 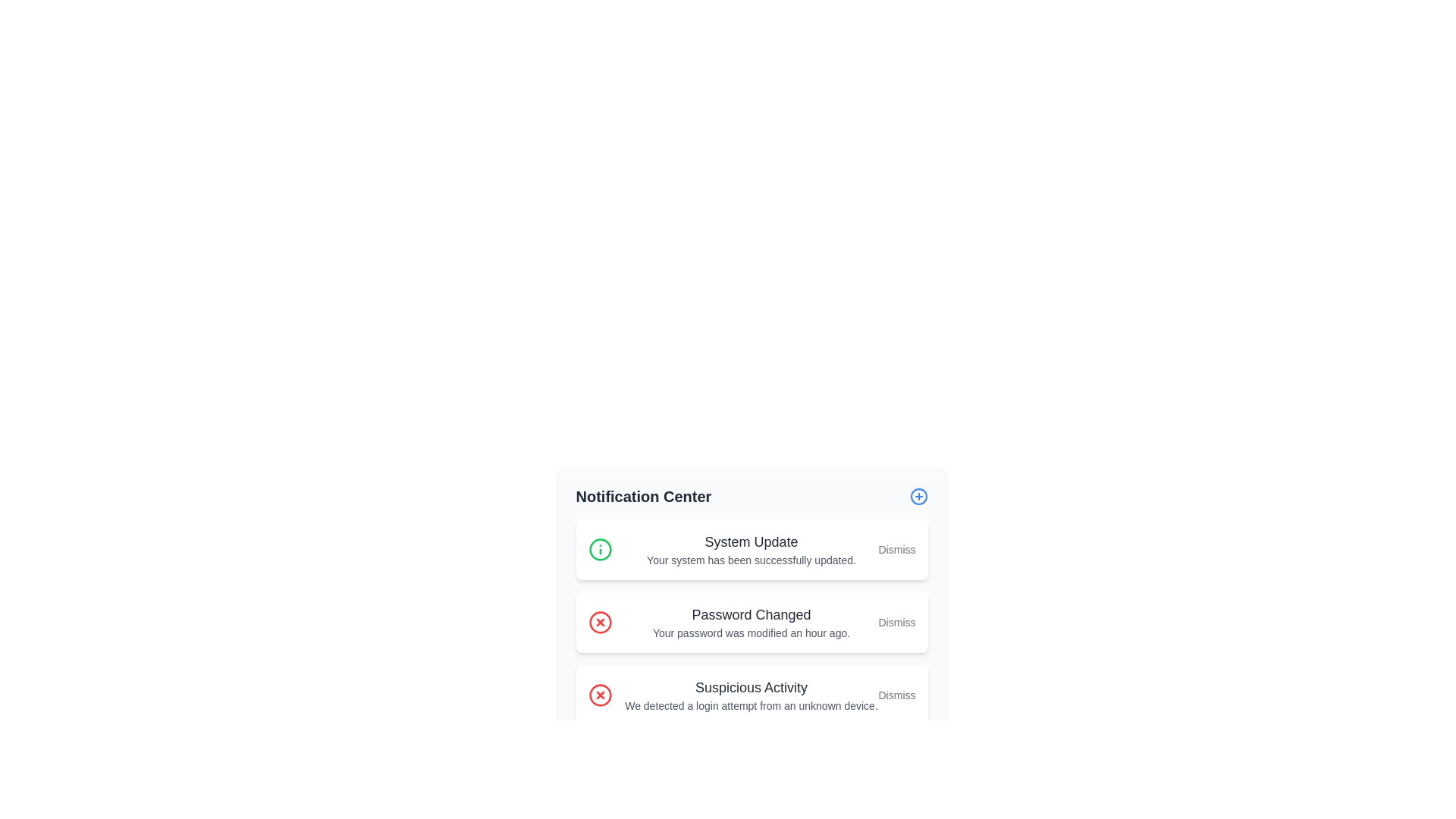 What do you see at coordinates (599, 550) in the screenshot?
I see `the circular green outlined icon containing an information symbol to acknowledge the status of the 'System Update' notification` at bounding box center [599, 550].